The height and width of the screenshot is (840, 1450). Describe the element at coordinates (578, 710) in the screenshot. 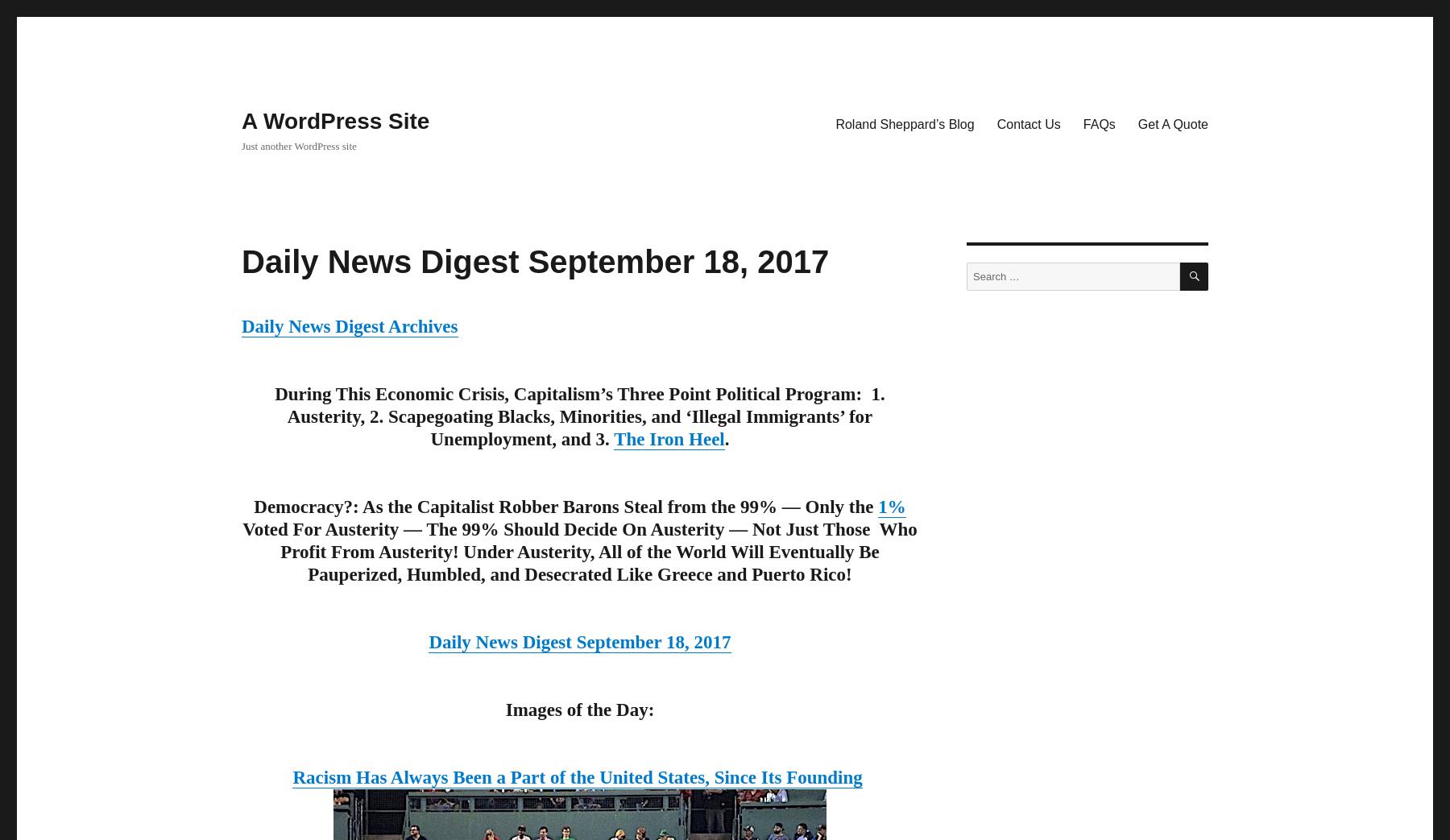

I see `'Images of the Day:'` at that location.